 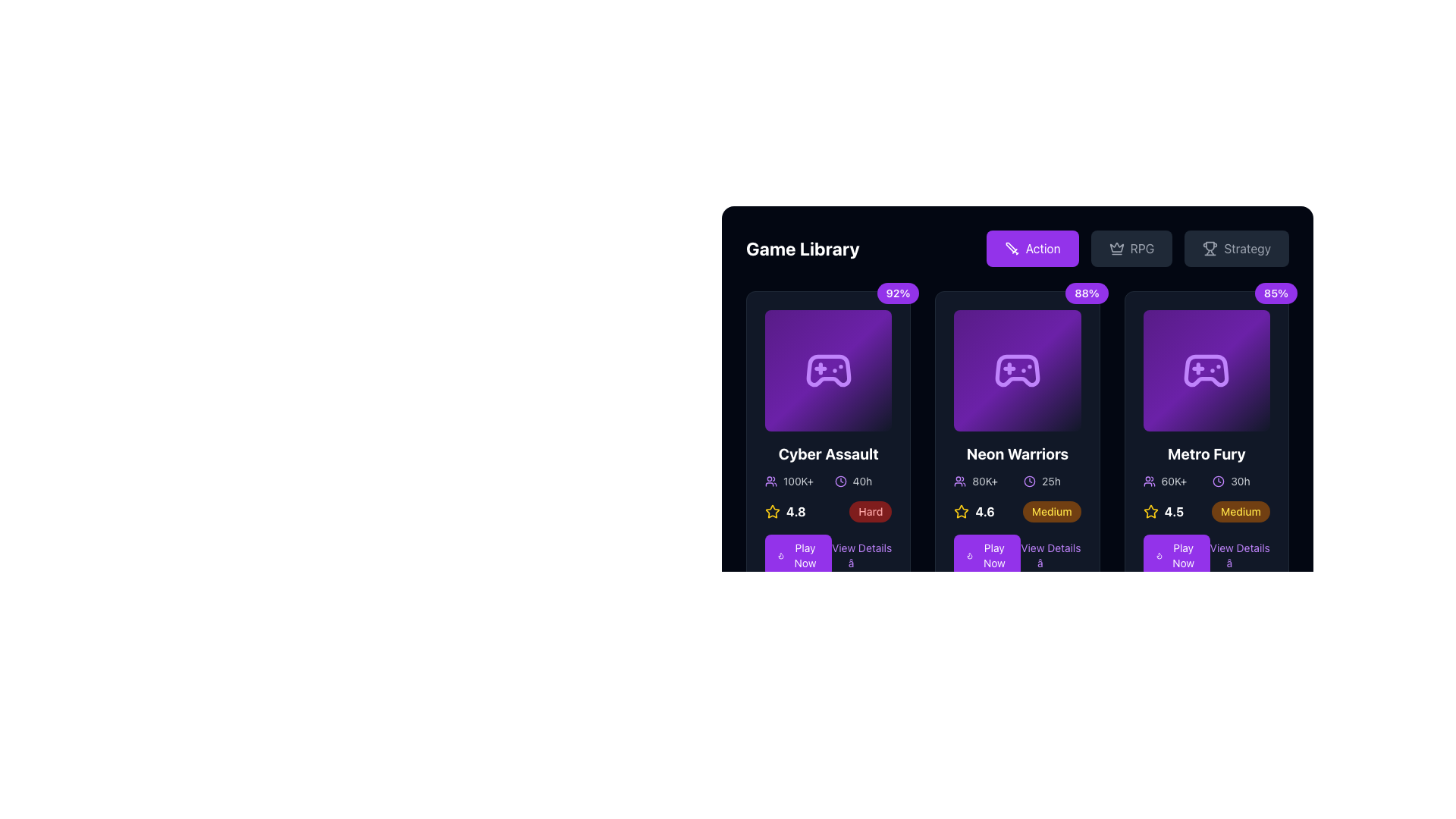 I want to click on the user count displayed as '60K+' next to the small purple icon of multiple users in the 'Metro Fury' section of the third game card, so click(x=1171, y=482).